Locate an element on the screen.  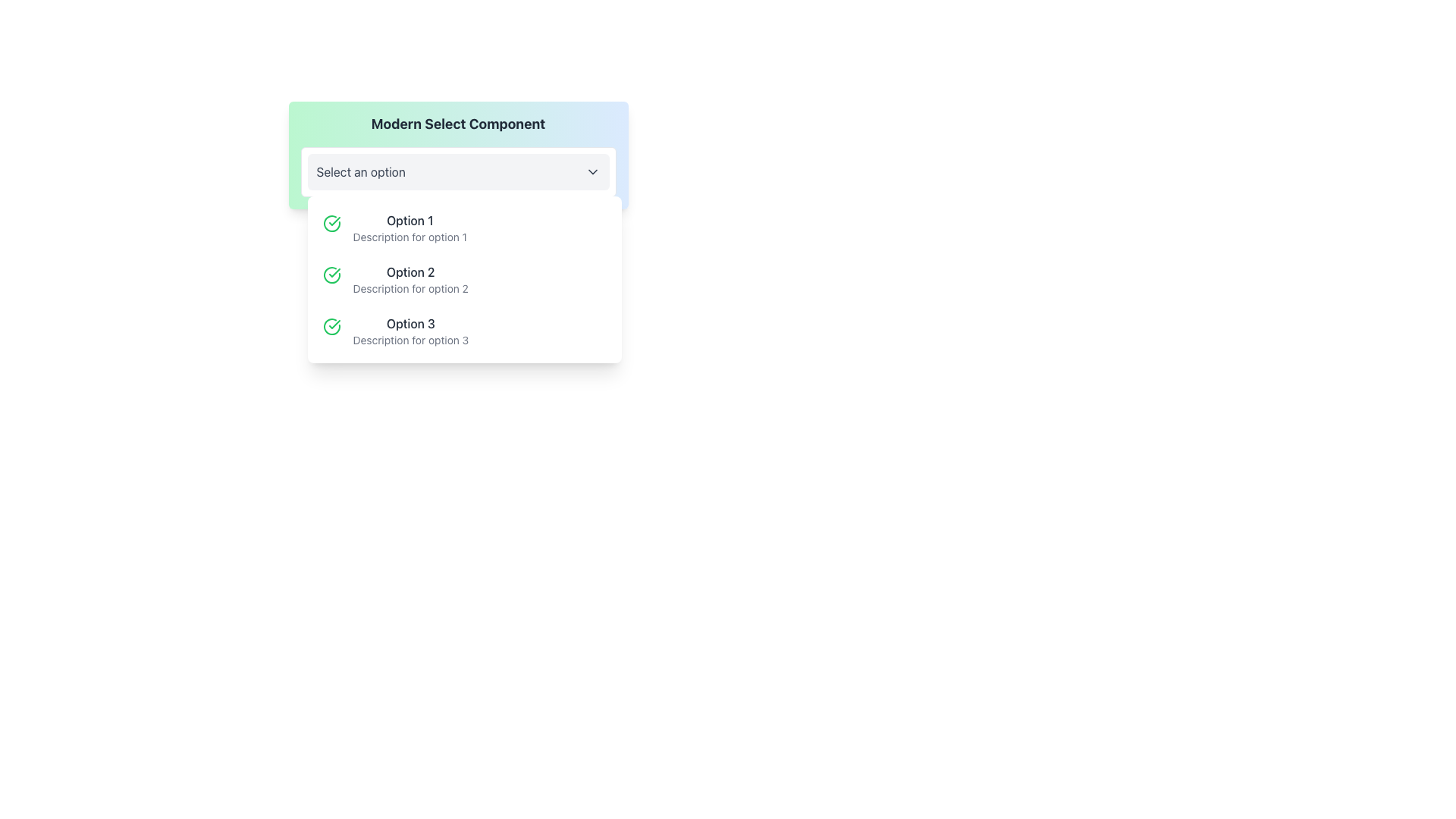
the 'Select an option' text label in the dropdown header is located at coordinates (360, 171).